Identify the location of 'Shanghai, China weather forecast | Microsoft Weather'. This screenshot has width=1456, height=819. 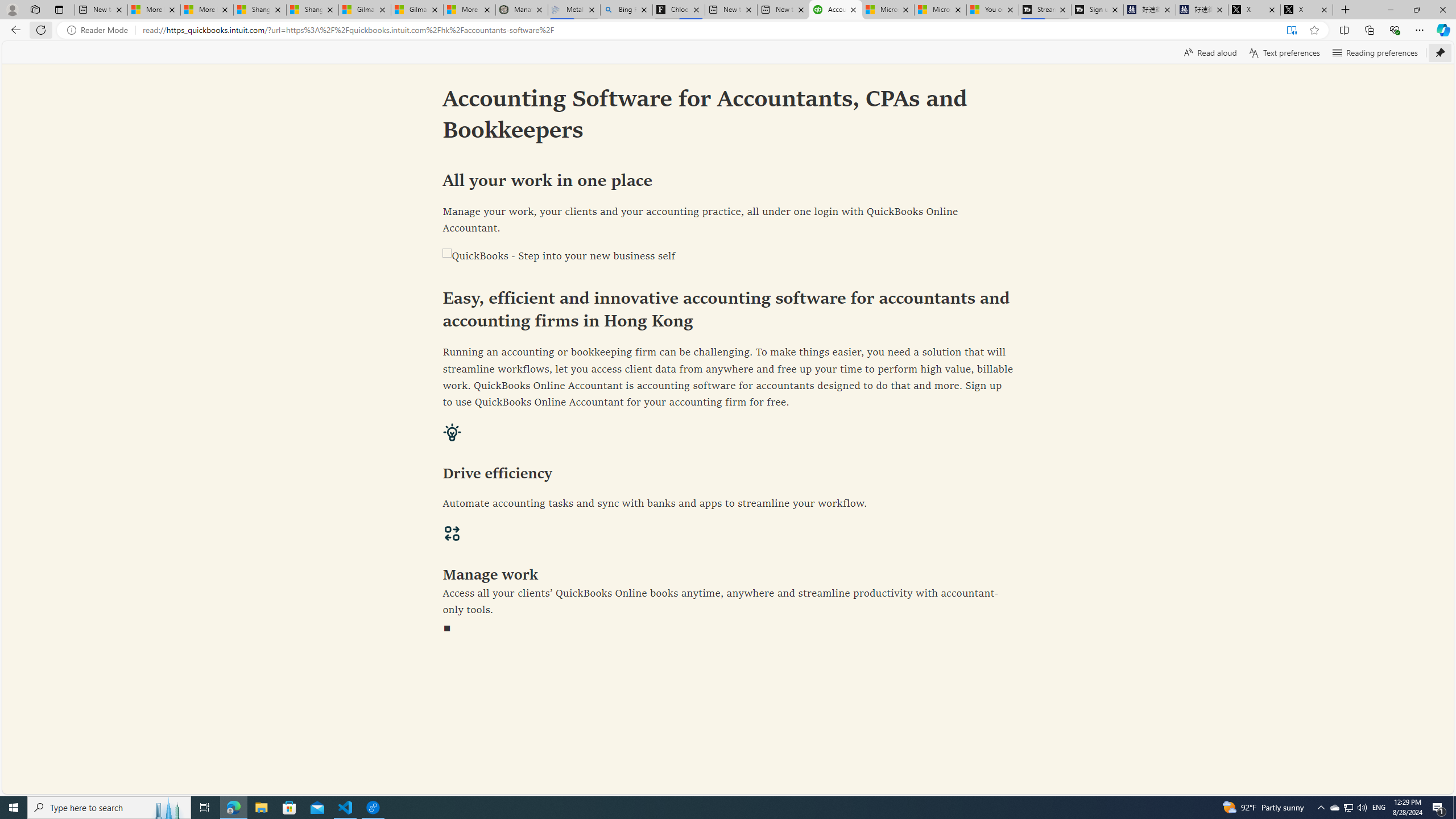
(312, 9).